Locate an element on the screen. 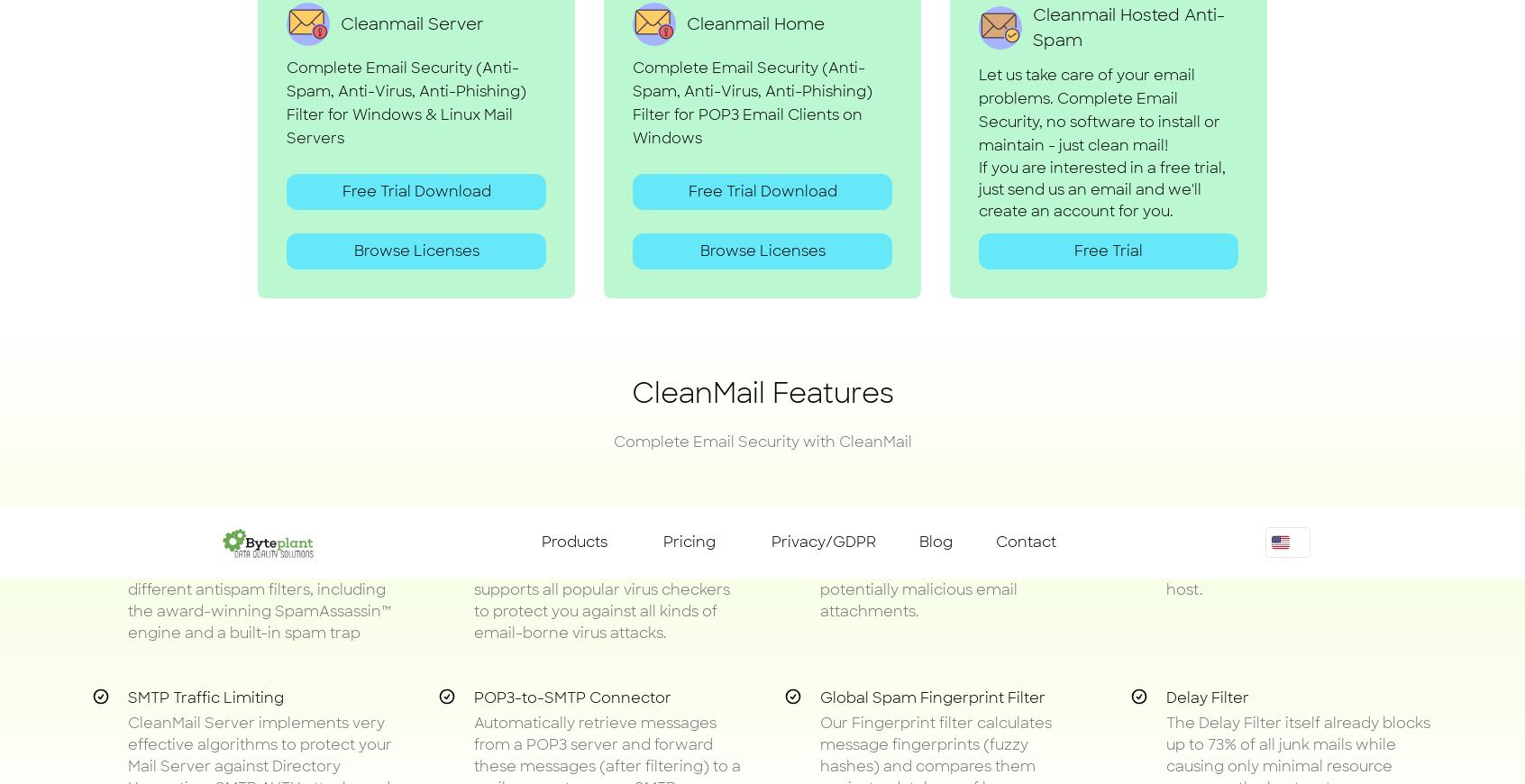  'OpenSSL updated' is located at coordinates (667, 187).